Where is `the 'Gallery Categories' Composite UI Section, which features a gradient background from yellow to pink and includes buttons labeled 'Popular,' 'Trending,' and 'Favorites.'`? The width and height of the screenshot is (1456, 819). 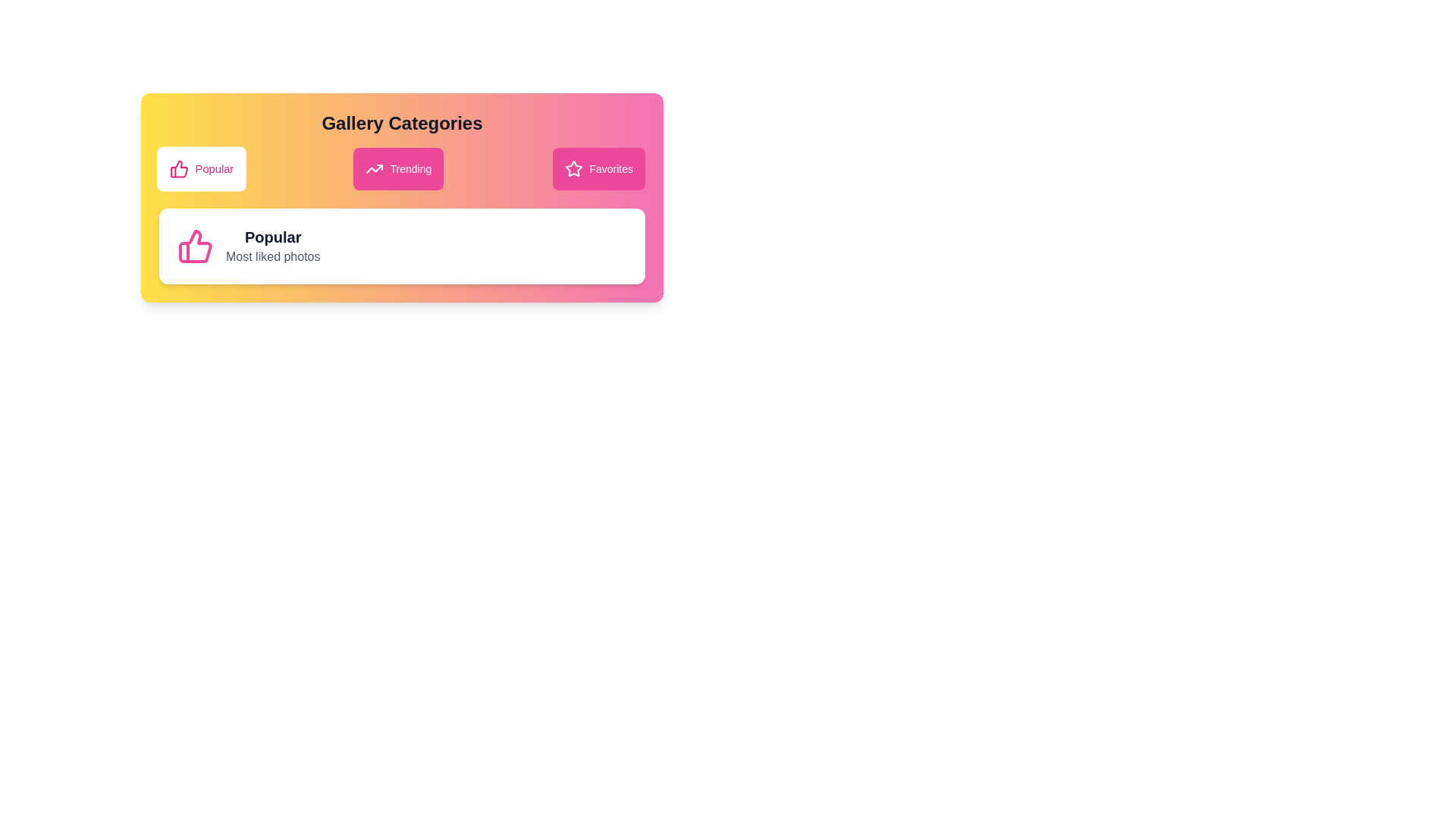 the 'Gallery Categories' Composite UI Section, which features a gradient background from yellow to pink and includes buttons labeled 'Popular,' 'Trending,' and 'Favorites.' is located at coordinates (402, 197).